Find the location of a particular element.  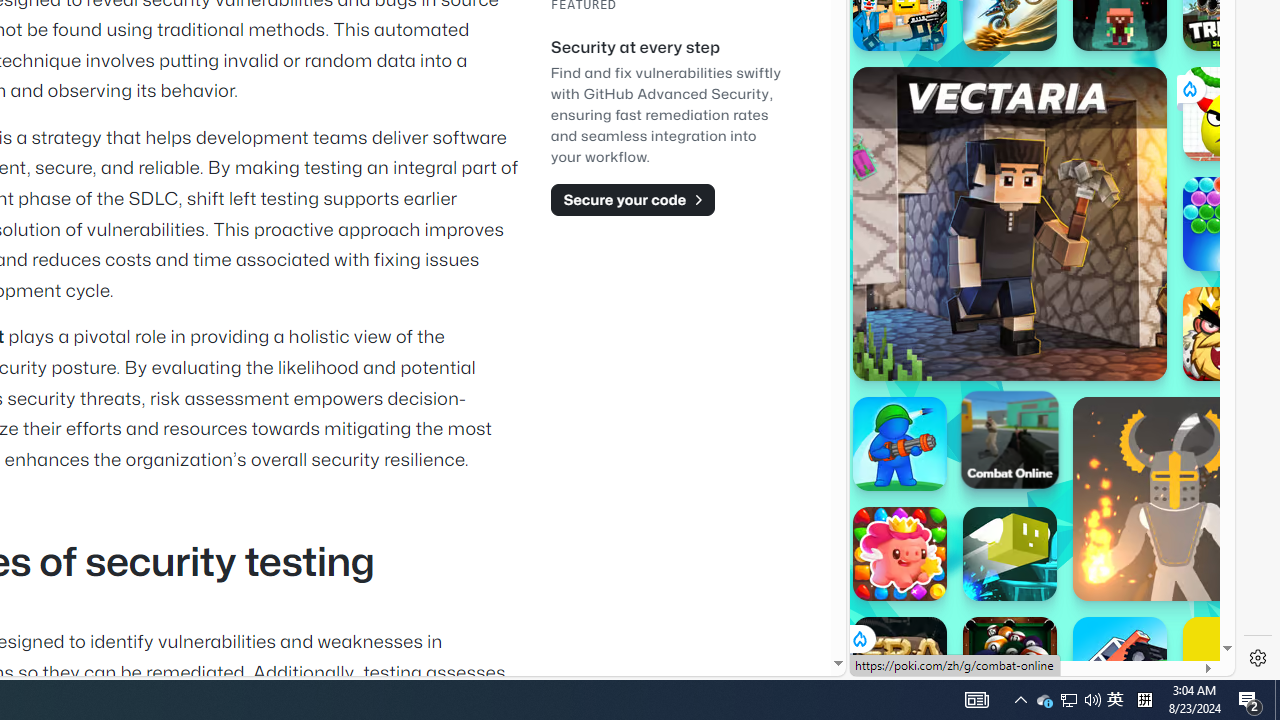

'Match Arena Match Arena' is located at coordinates (898, 554).